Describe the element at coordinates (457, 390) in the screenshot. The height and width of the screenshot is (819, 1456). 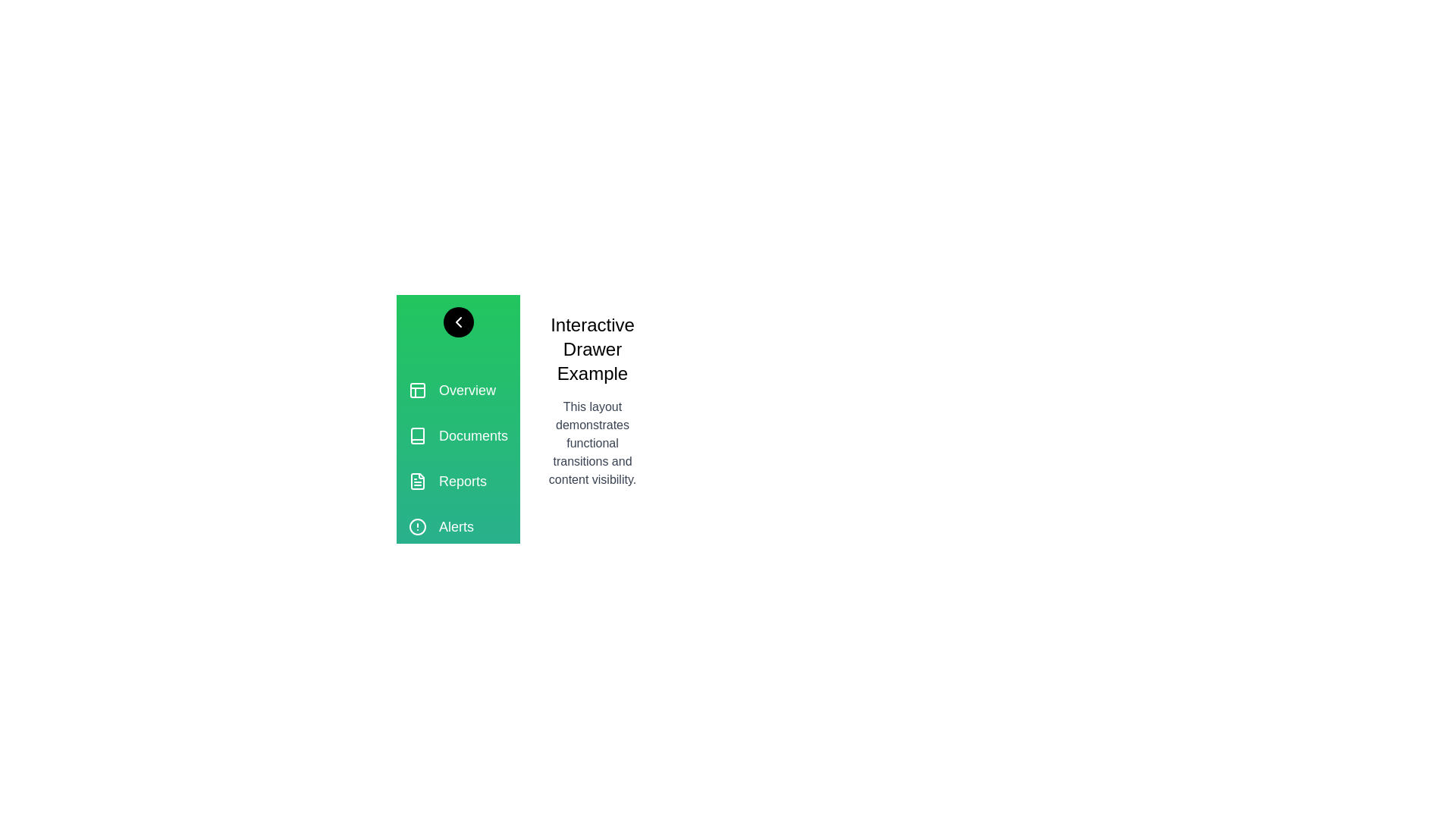
I see `the section Overview to observe the hover effect` at that location.